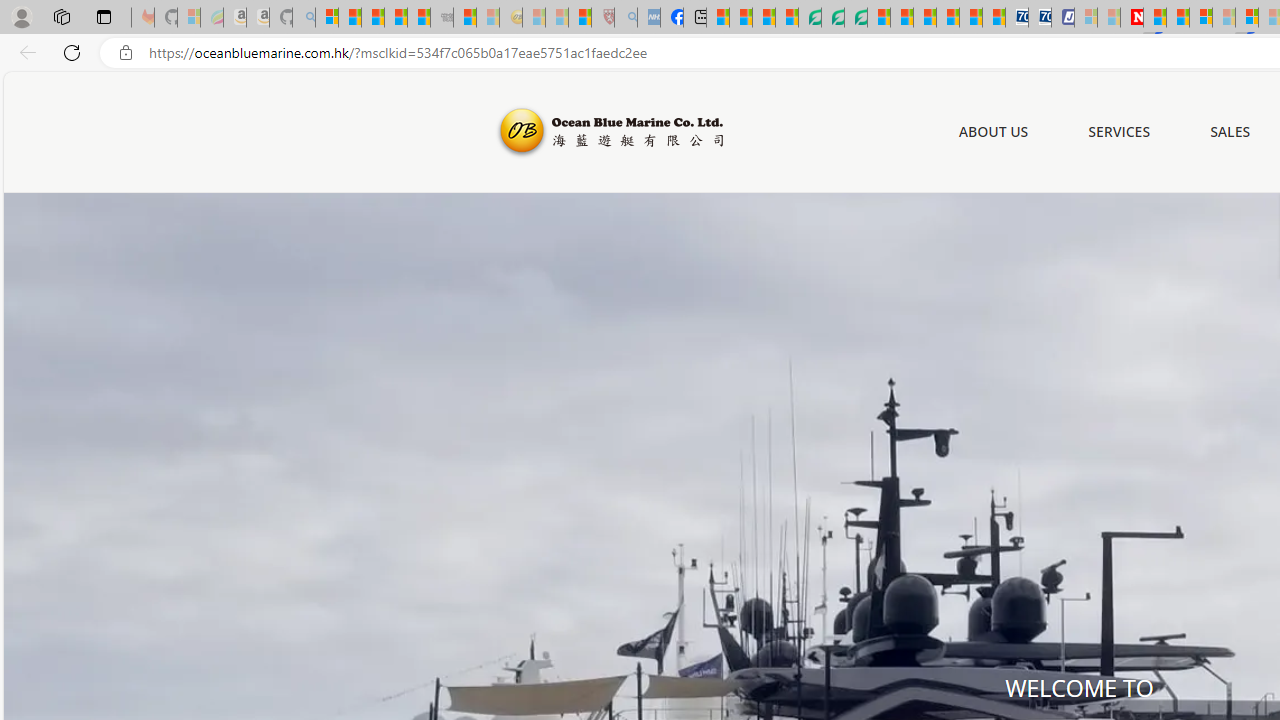 The image size is (1280, 720). I want to click on 'World - MSN', so click(762, 17).